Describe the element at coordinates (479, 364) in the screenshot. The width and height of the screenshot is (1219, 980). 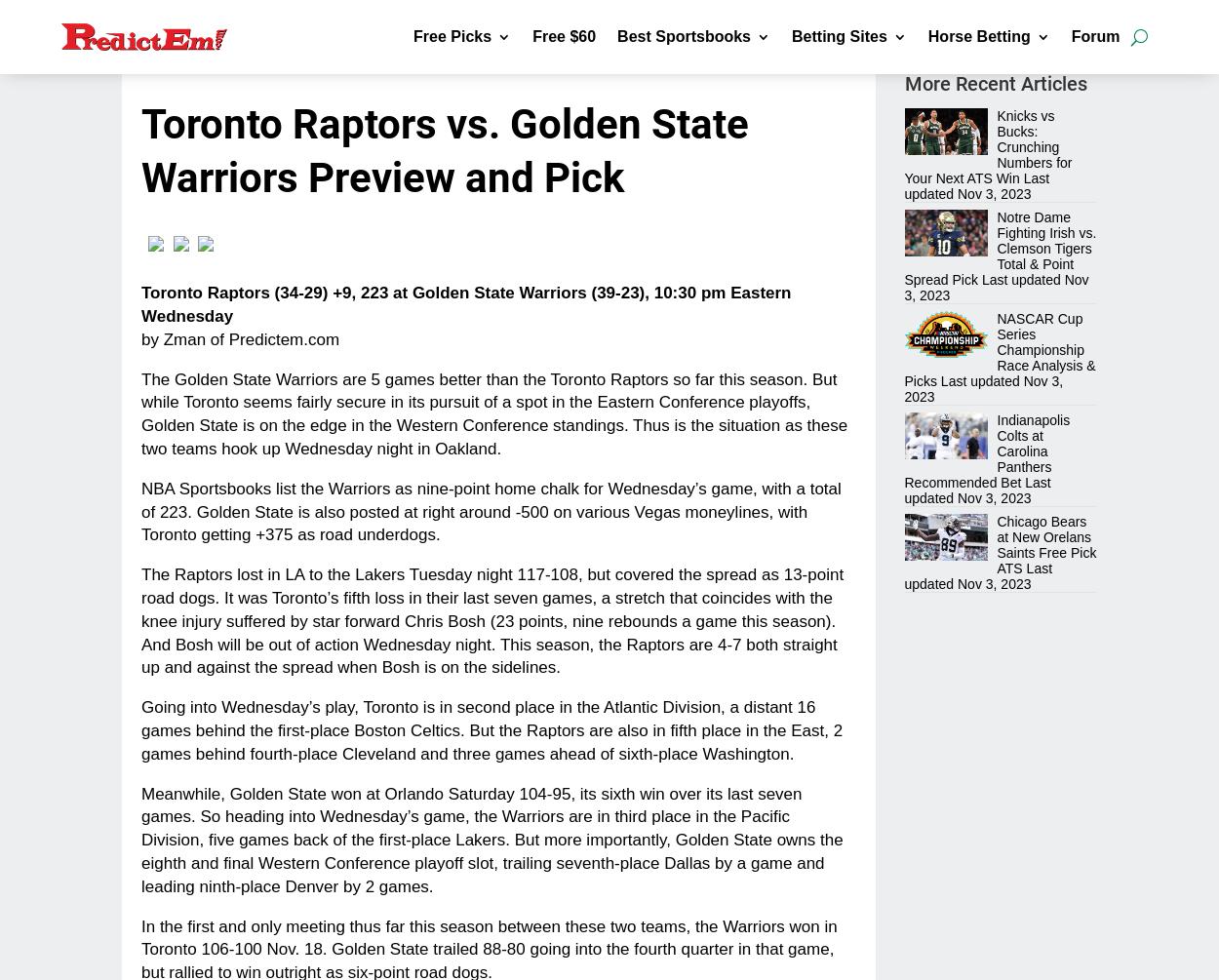
I see `'UFC Picks'` at that location.